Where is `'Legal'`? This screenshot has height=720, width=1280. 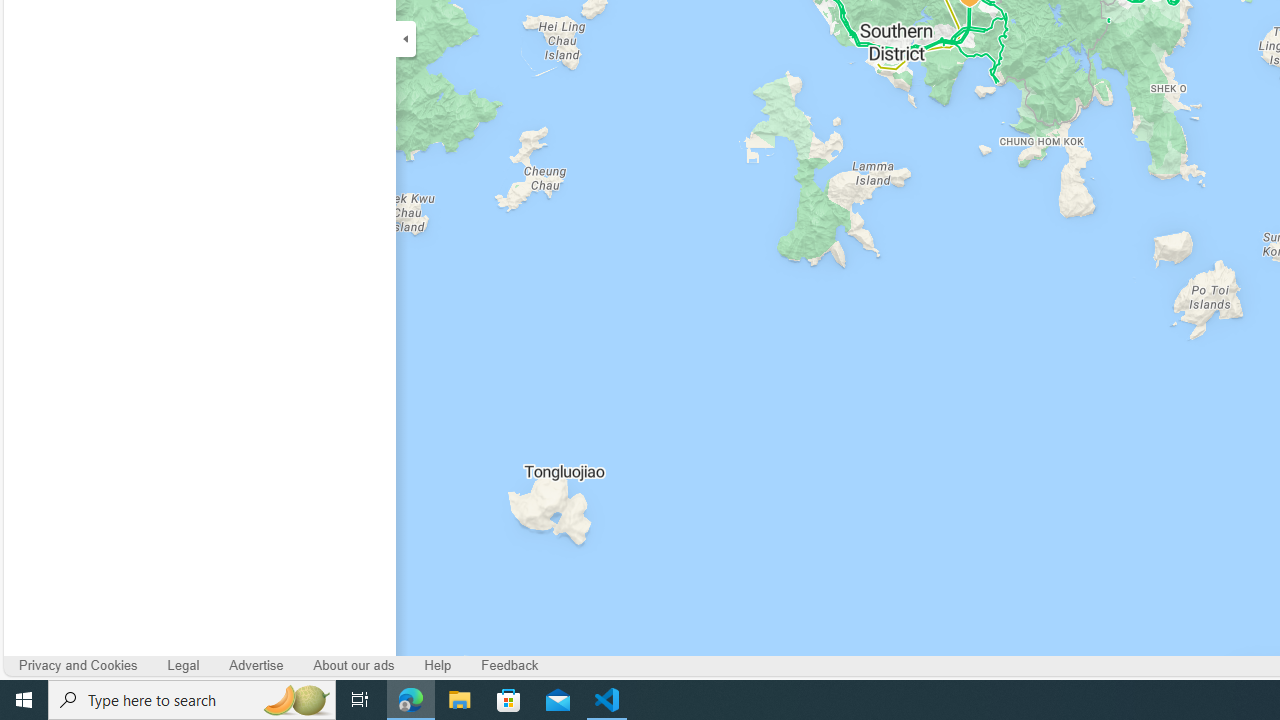
'Legal' is located at coordinates (183, 665).